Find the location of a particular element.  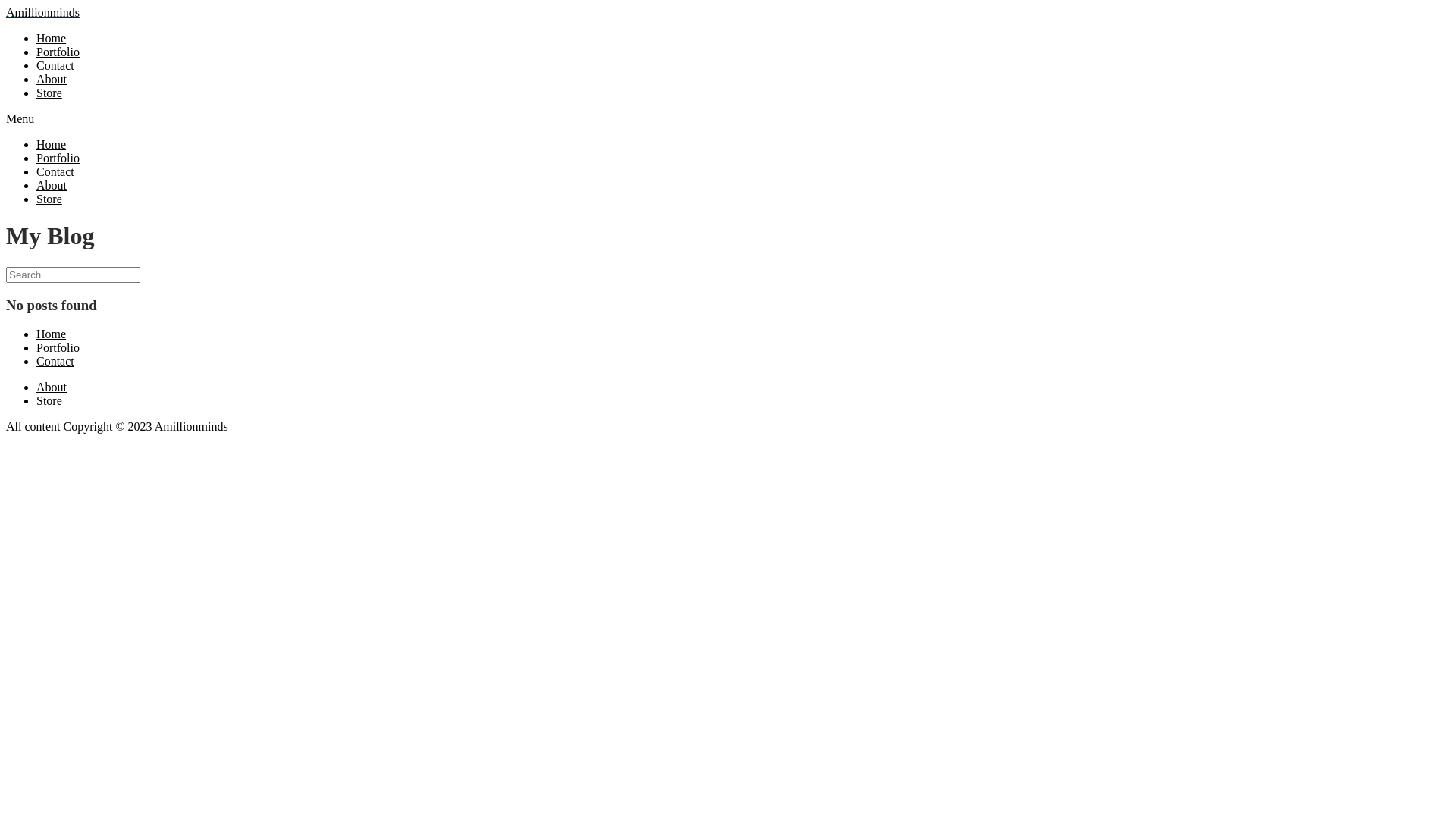

'Menu' is located at coordinates (20, 118).